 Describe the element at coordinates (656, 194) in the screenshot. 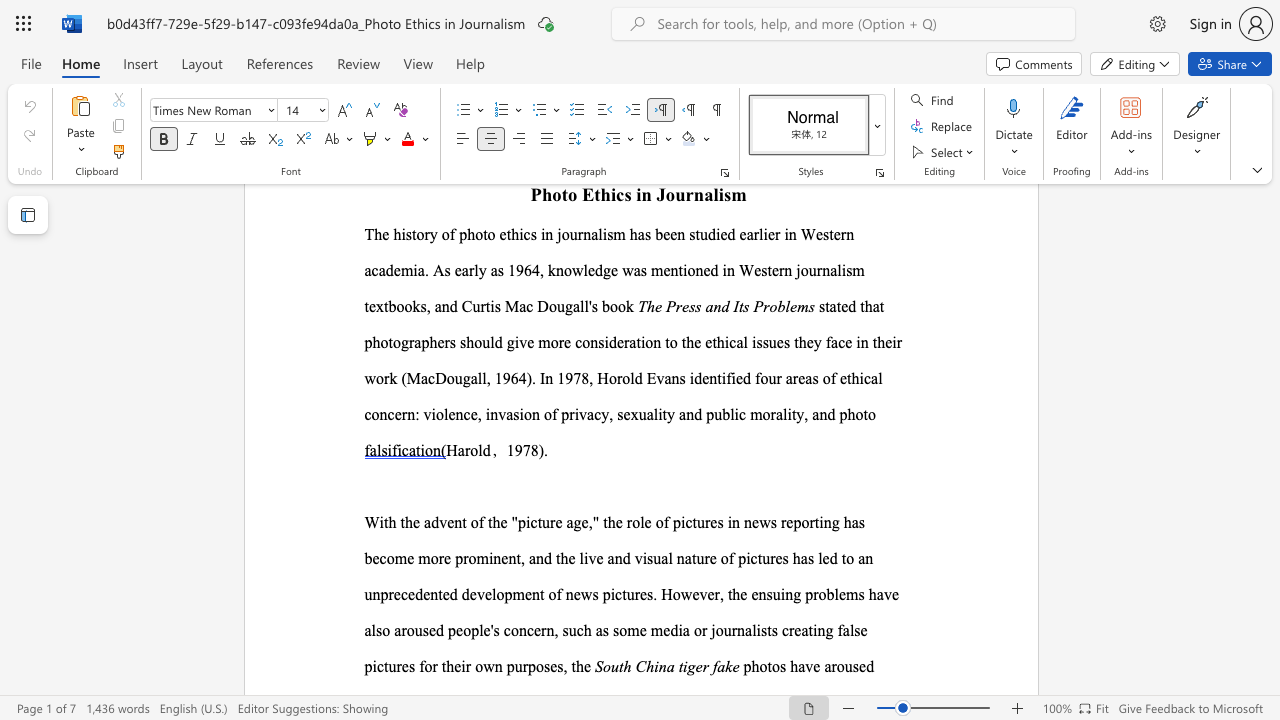

I see `the subset text "Journalis" within the text "Photo Ethics in Journalism"` at that location.